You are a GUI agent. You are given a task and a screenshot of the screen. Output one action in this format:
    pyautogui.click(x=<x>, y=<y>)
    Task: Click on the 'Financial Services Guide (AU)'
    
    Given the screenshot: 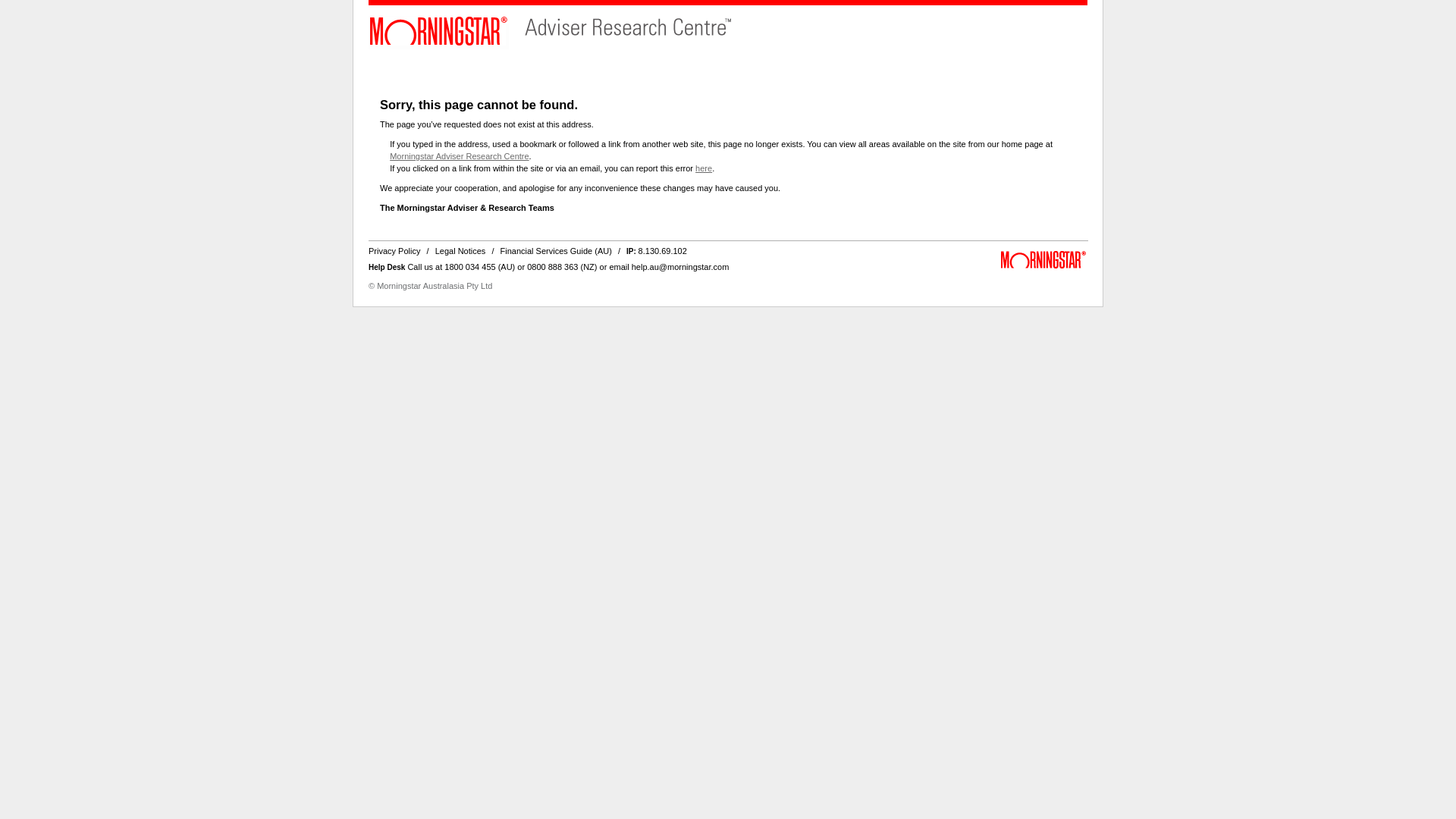 What is the action you would take?
    pyautogui.click(x=500, y=250)
    